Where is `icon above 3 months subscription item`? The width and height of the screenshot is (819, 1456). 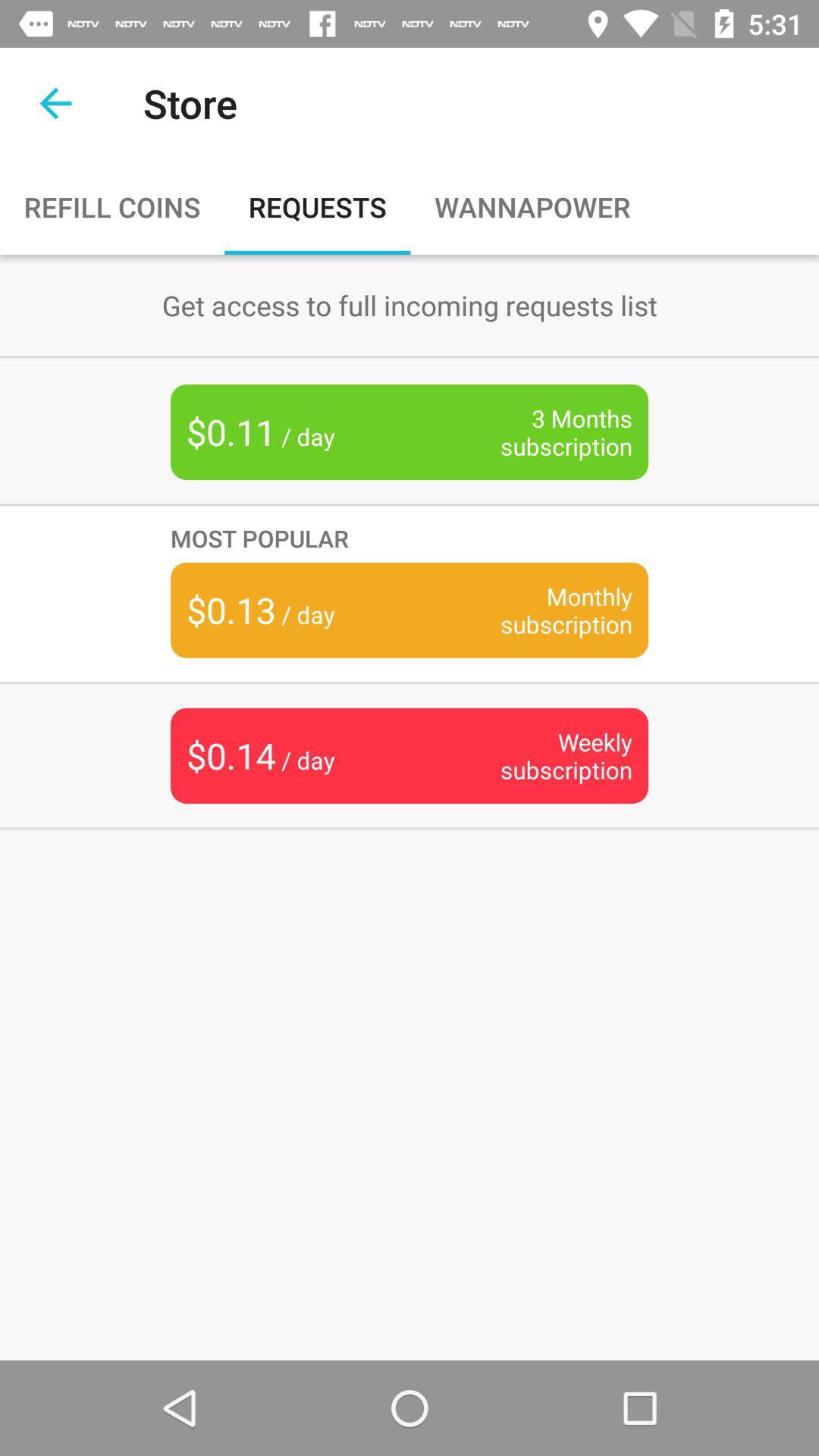
icon above 3 months subscription item is located at coordinates (409, 304).